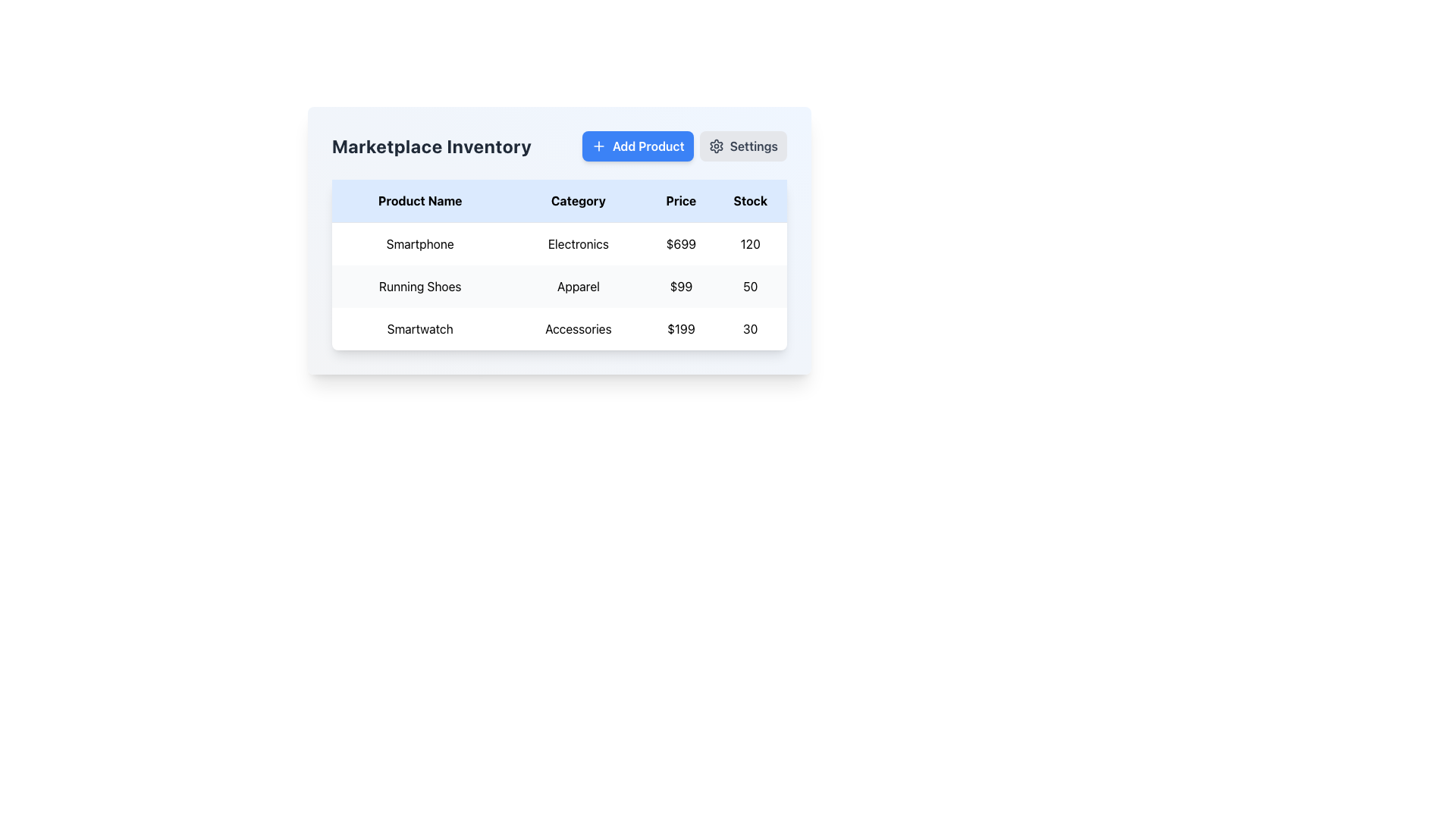 The width and height of the screenshot is (1456, 819). I want to click on the Table Header Row of the Marketplace Inventory, so click(559, 200).